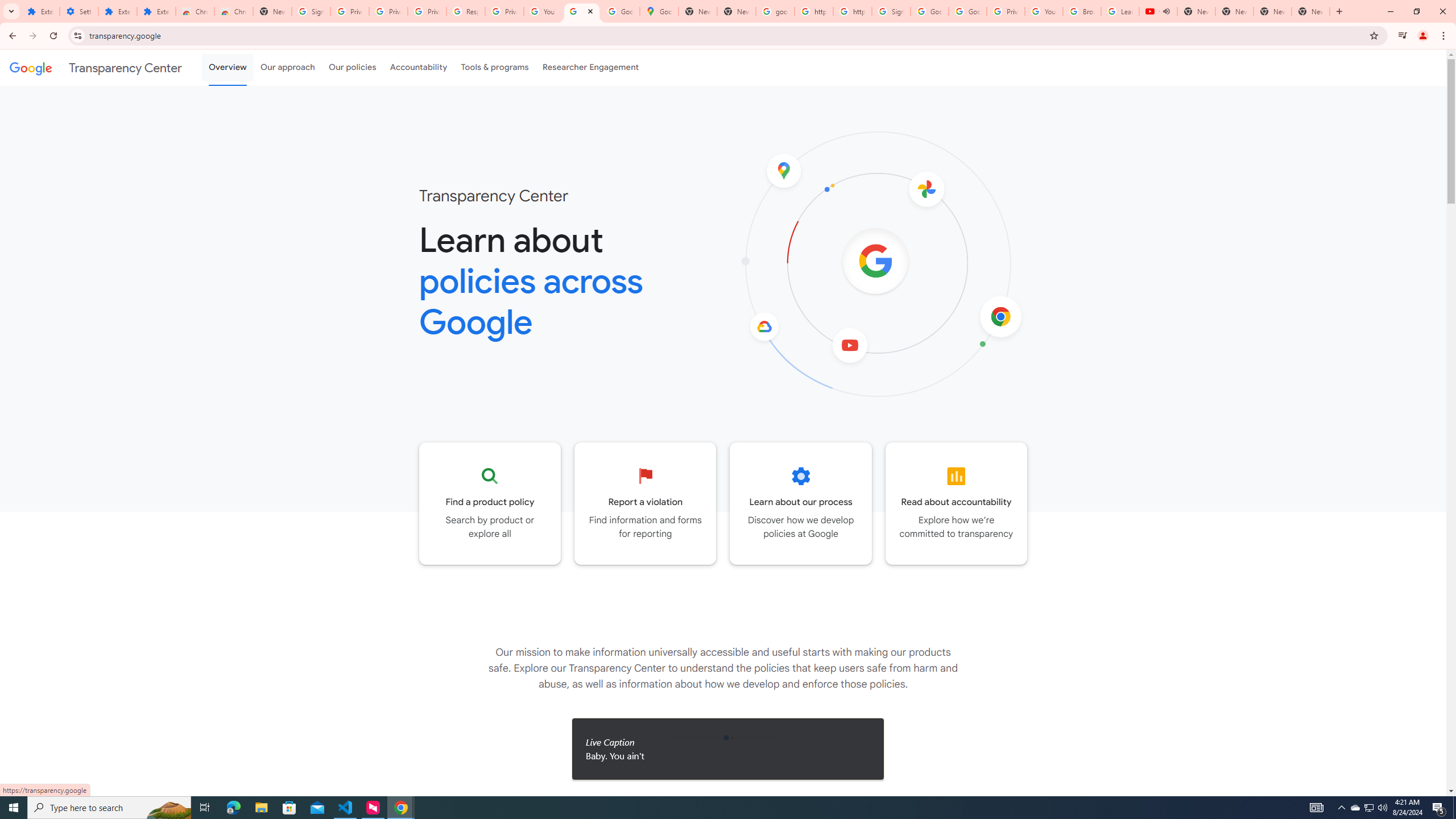  What do you see at coordinates (591, 67) in the screenshot?
I see `'Researcher Engagement'` at bounding box center [591, 67].